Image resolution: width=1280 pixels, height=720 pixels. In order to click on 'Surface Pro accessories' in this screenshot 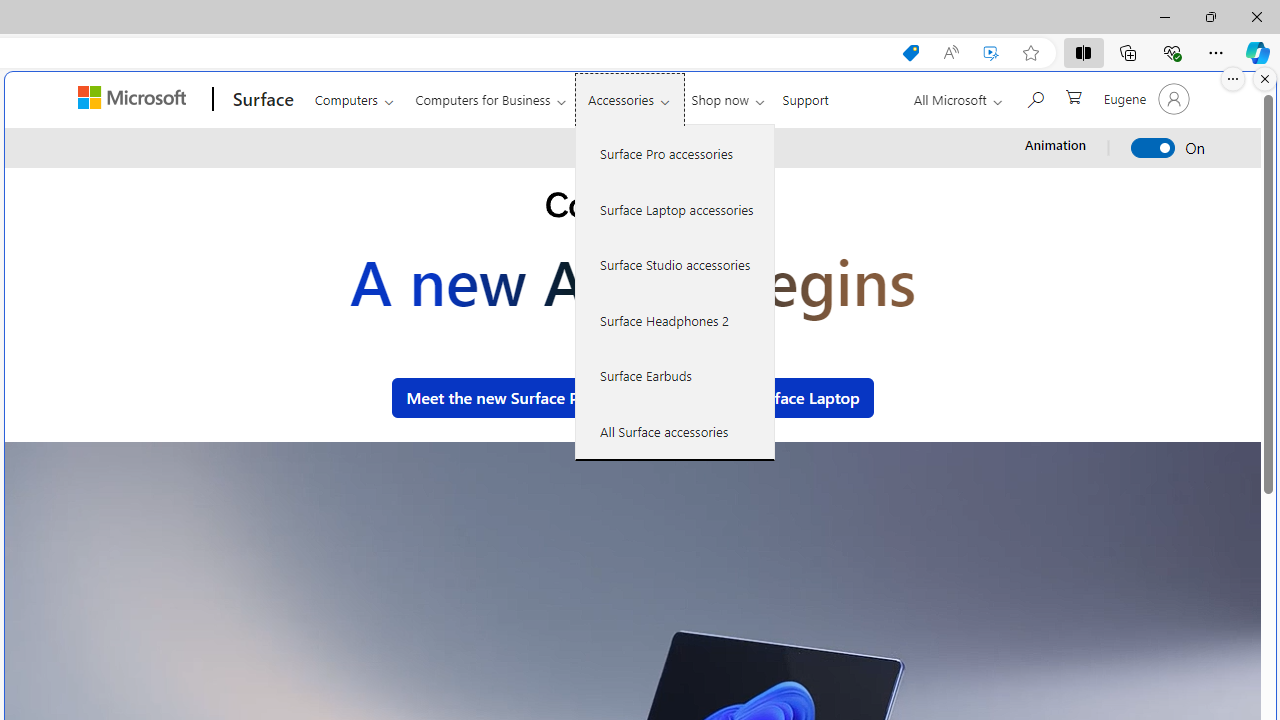, I will do `click(675, 153)`.